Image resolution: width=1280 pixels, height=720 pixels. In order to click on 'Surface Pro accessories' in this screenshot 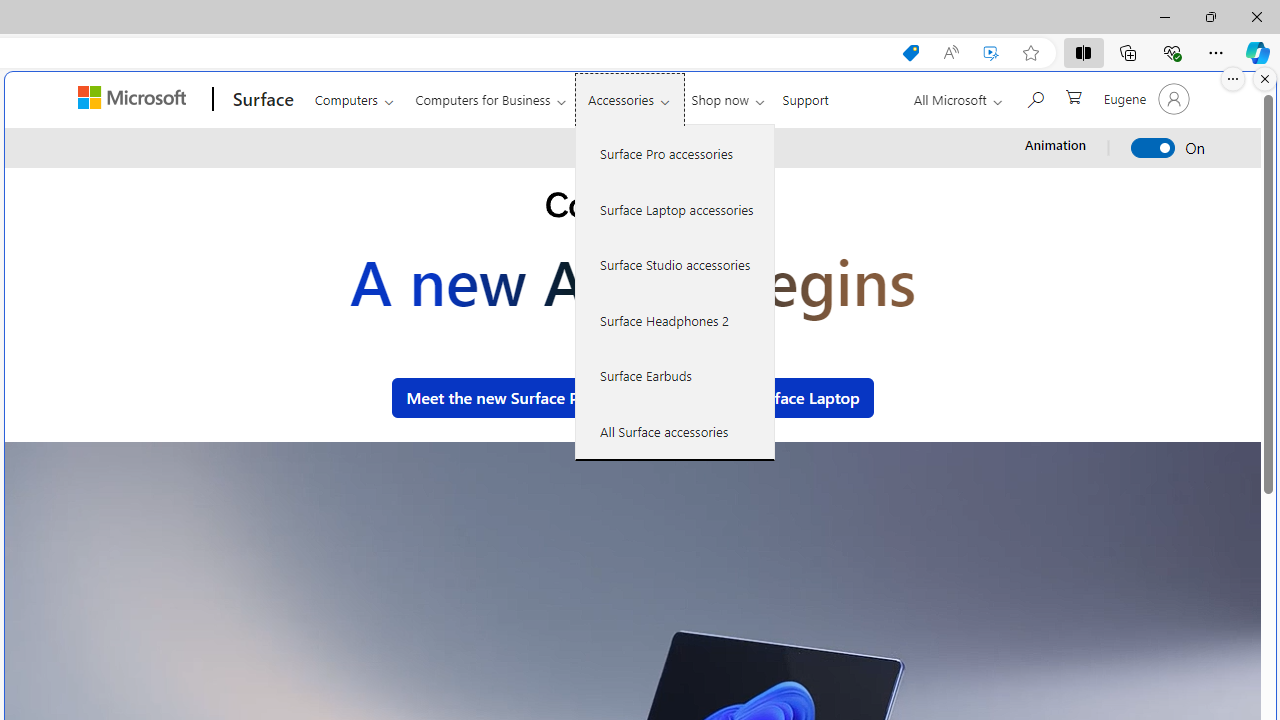, I will do `click(675, 153)`.